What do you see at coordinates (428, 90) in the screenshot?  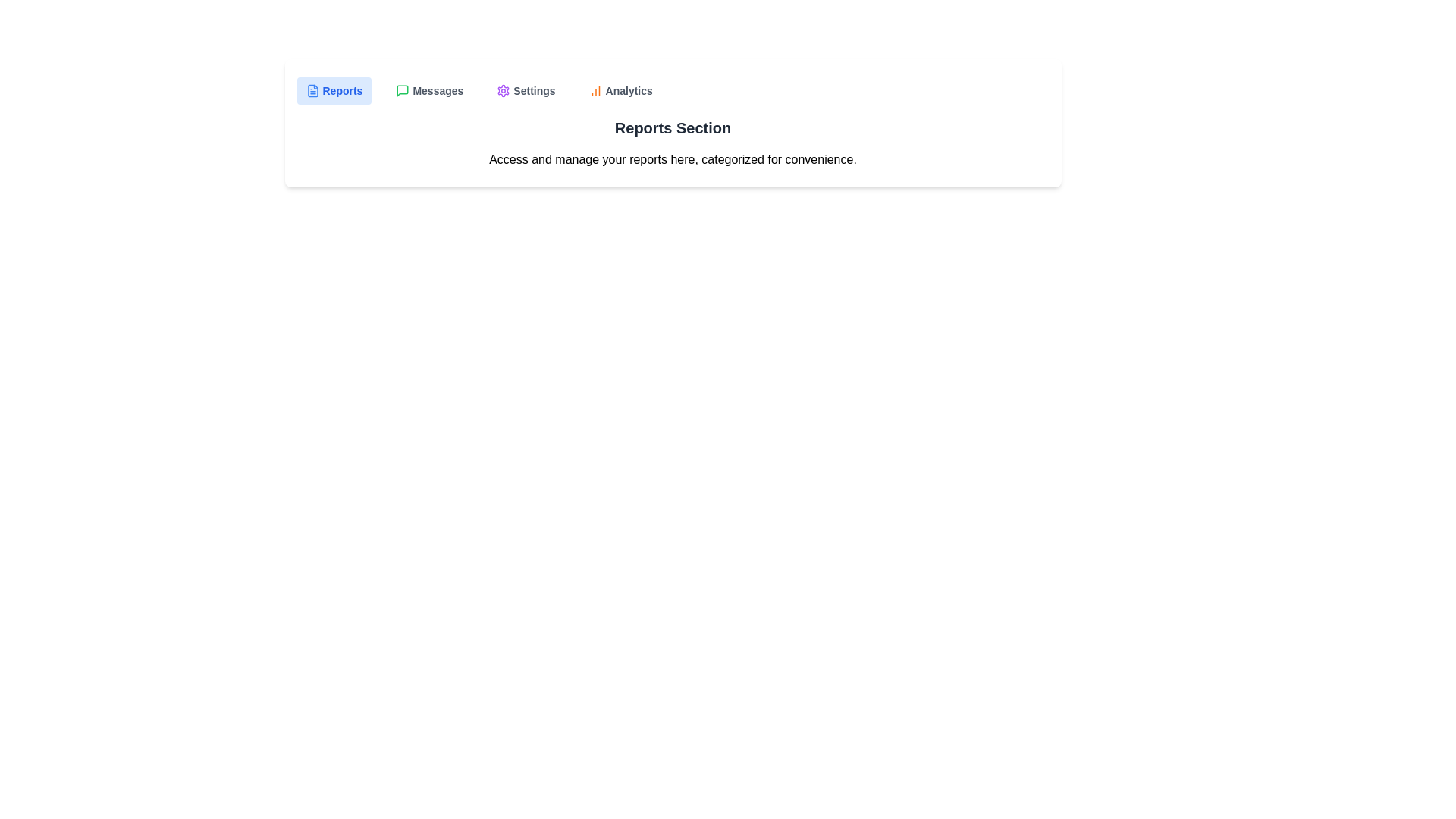 I see `the 'Messages' button located in the horizontal navigation bar, which is the second button from the left` at bounding box center [428, 90].